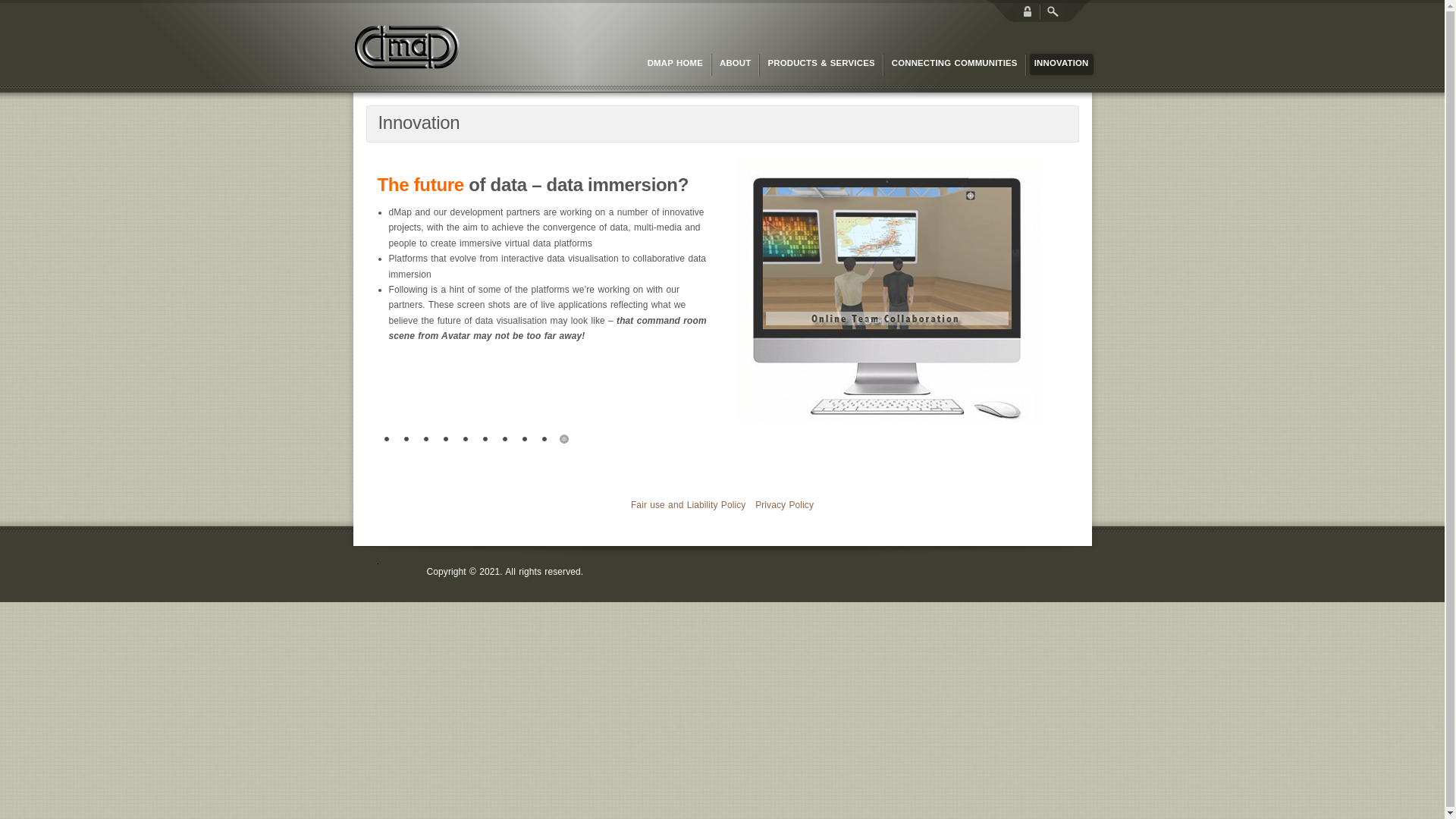 The image size is (1456, 819). What do you see at coordinates (714, 63) in the screenshot?
I see `'ABOUT'` at bounding box center [714, 63].